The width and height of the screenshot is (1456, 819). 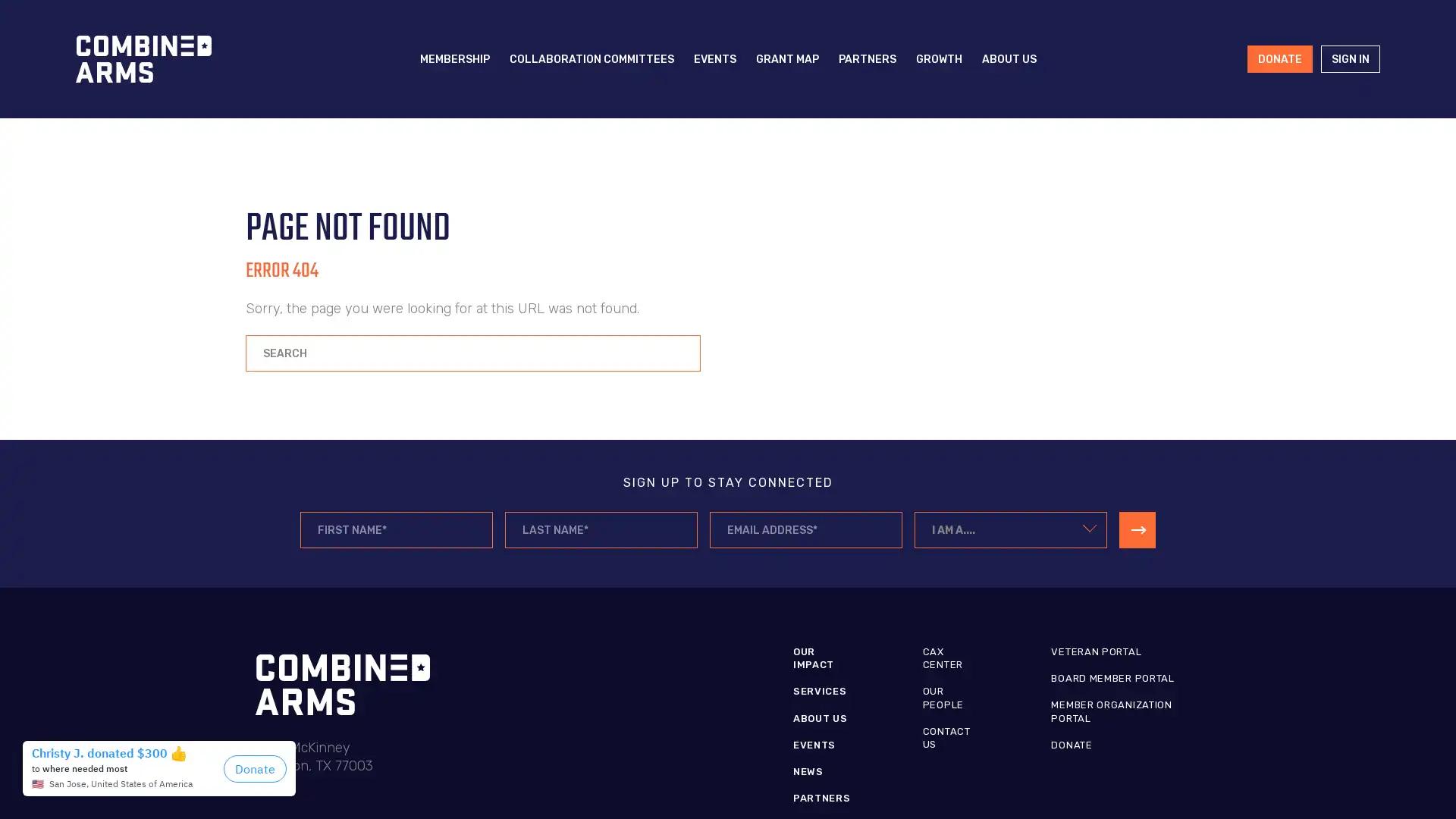 I want to click on Submit, so click(x=1137, y=529).